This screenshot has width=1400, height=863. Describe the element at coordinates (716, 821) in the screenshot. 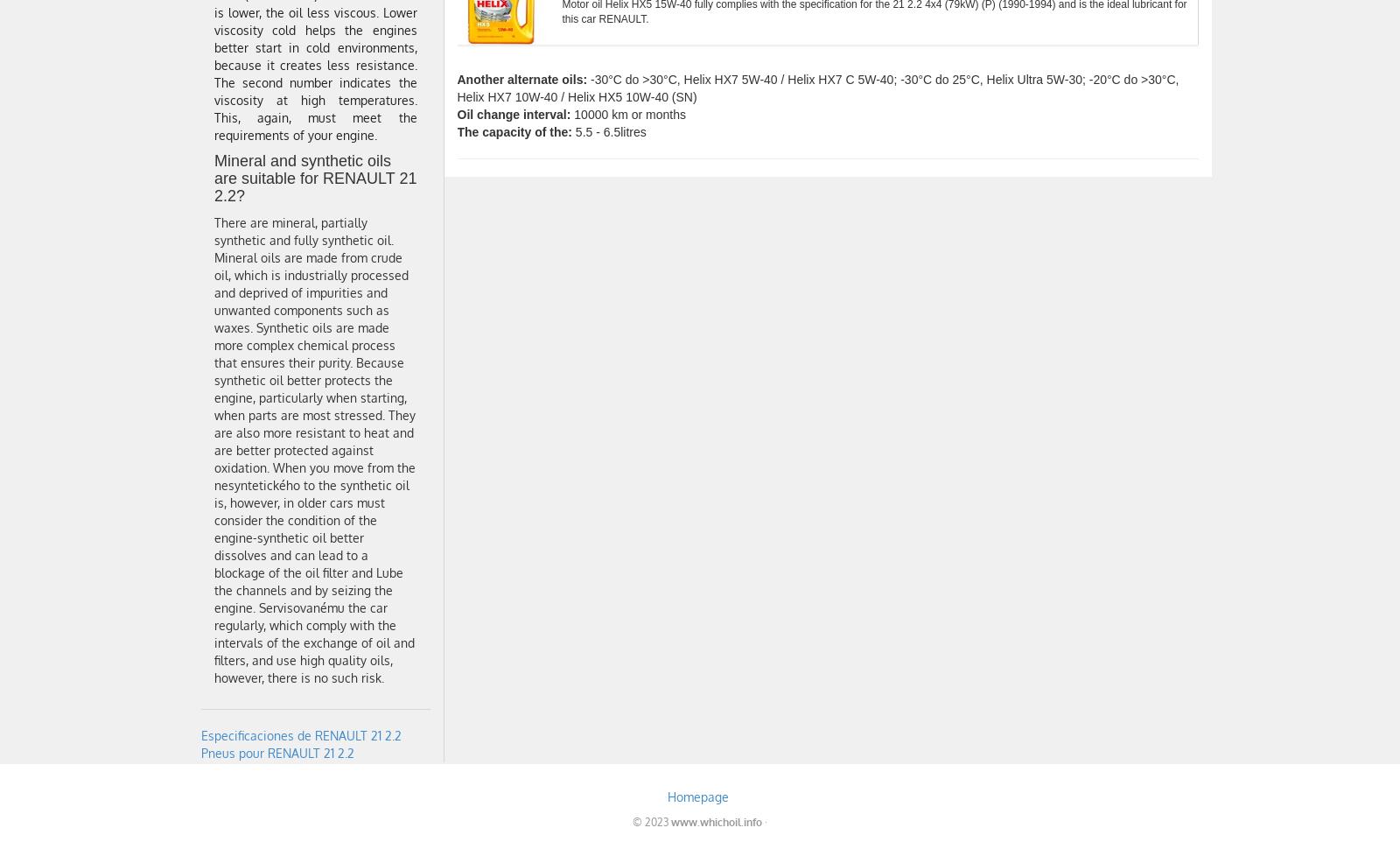

I see `'www.whichoil.info'` at that location.